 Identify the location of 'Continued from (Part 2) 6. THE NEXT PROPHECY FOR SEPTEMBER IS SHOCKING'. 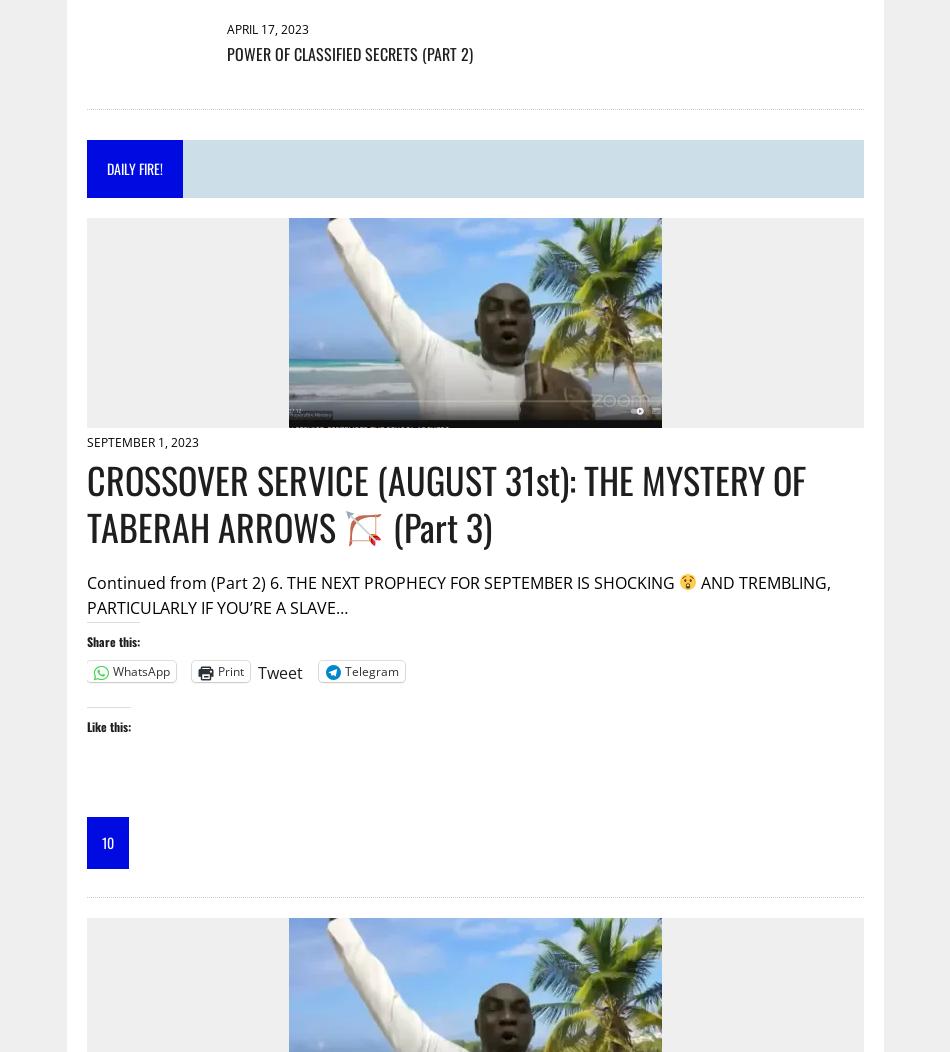
(380, 580).